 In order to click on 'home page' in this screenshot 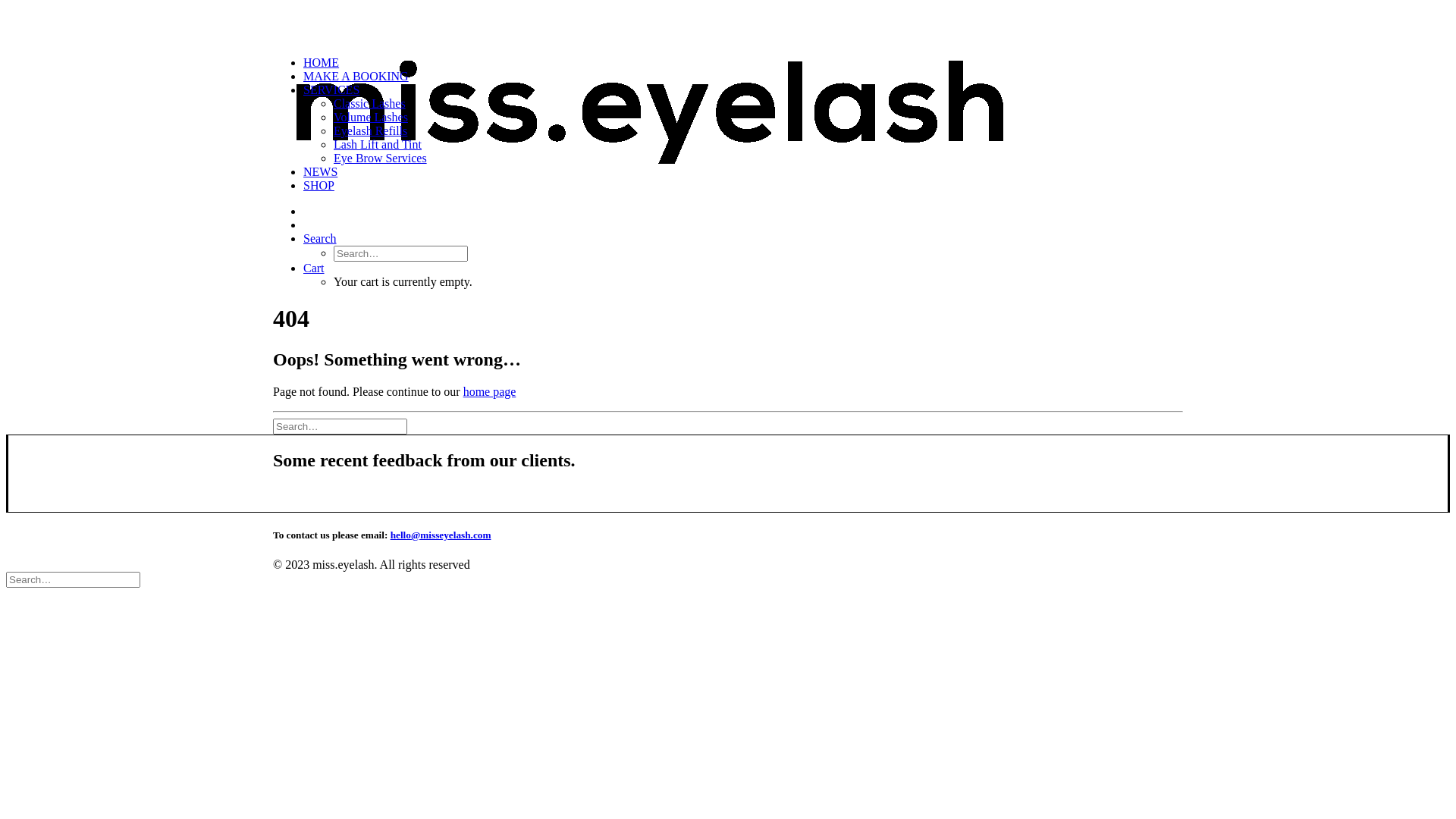, I will do `click(490, 391)`.